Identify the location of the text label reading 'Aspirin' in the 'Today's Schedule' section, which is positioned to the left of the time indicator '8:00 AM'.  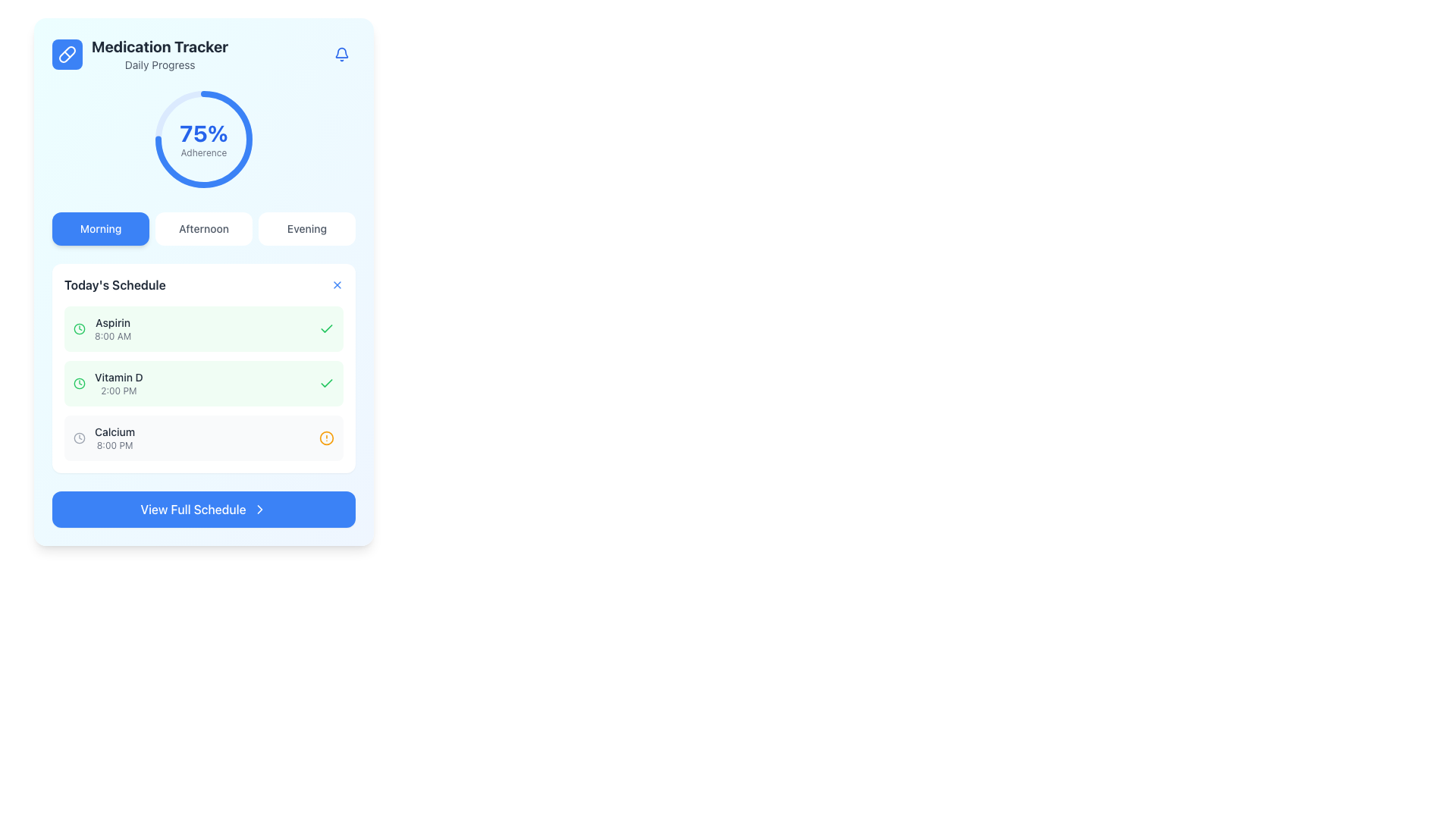
(112, 322).